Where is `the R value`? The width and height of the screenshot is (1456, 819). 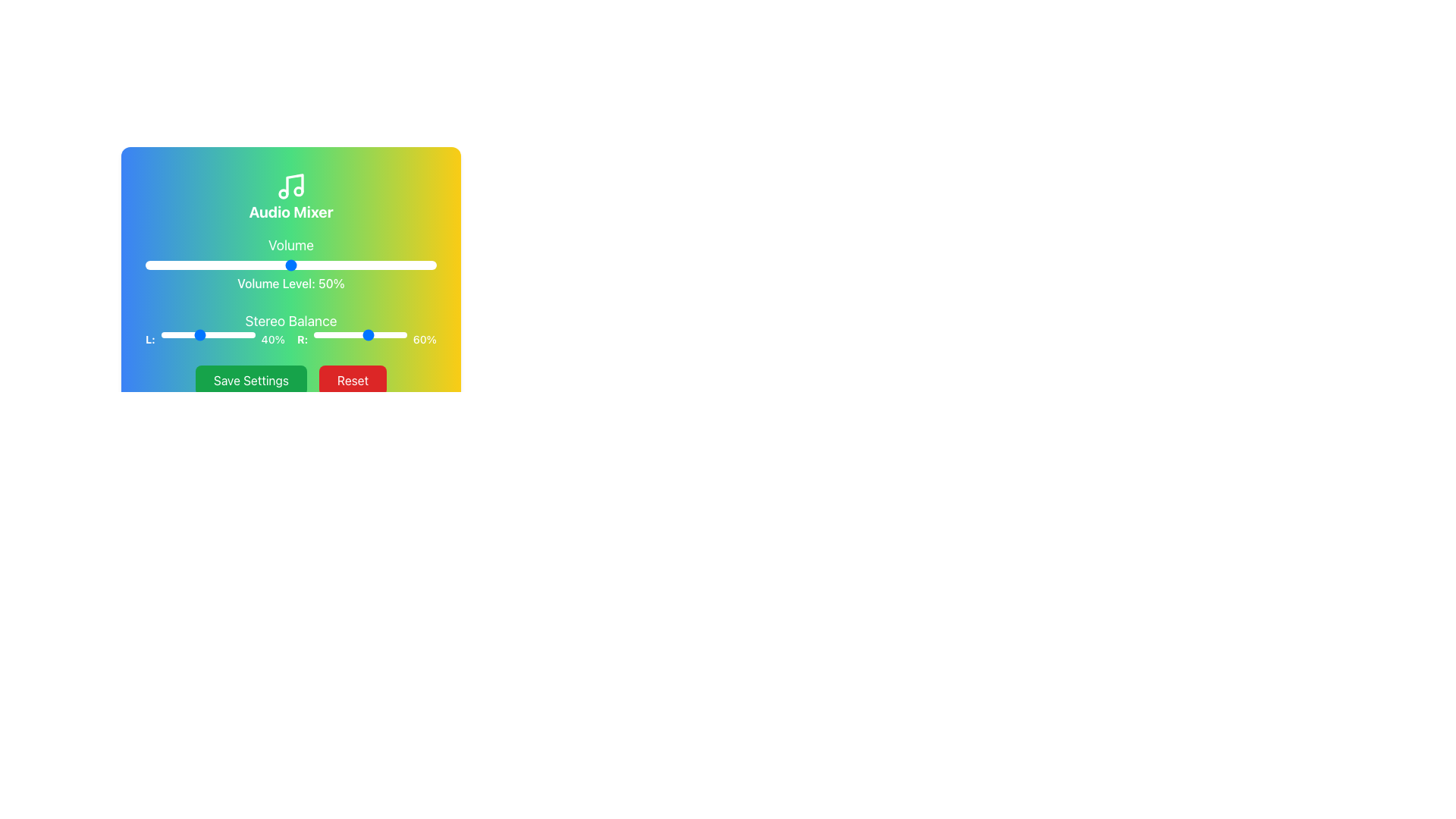 the R value is located at coordinates (389, 334).